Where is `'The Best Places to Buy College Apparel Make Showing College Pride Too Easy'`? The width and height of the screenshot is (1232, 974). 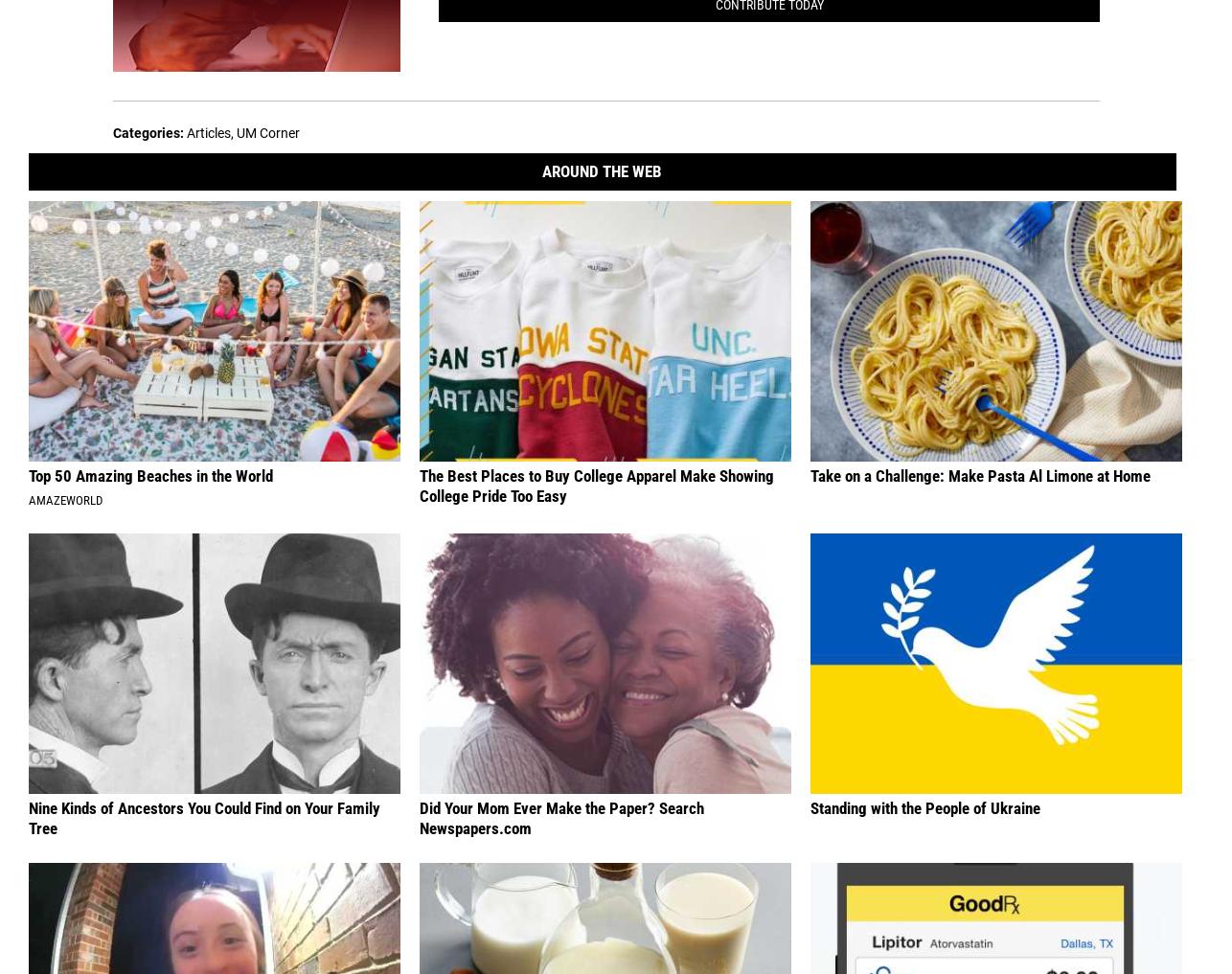 'The Best Places to Buy College Apparel Make Showing College Pride Too Easy' is located at coordinates (419, 484).